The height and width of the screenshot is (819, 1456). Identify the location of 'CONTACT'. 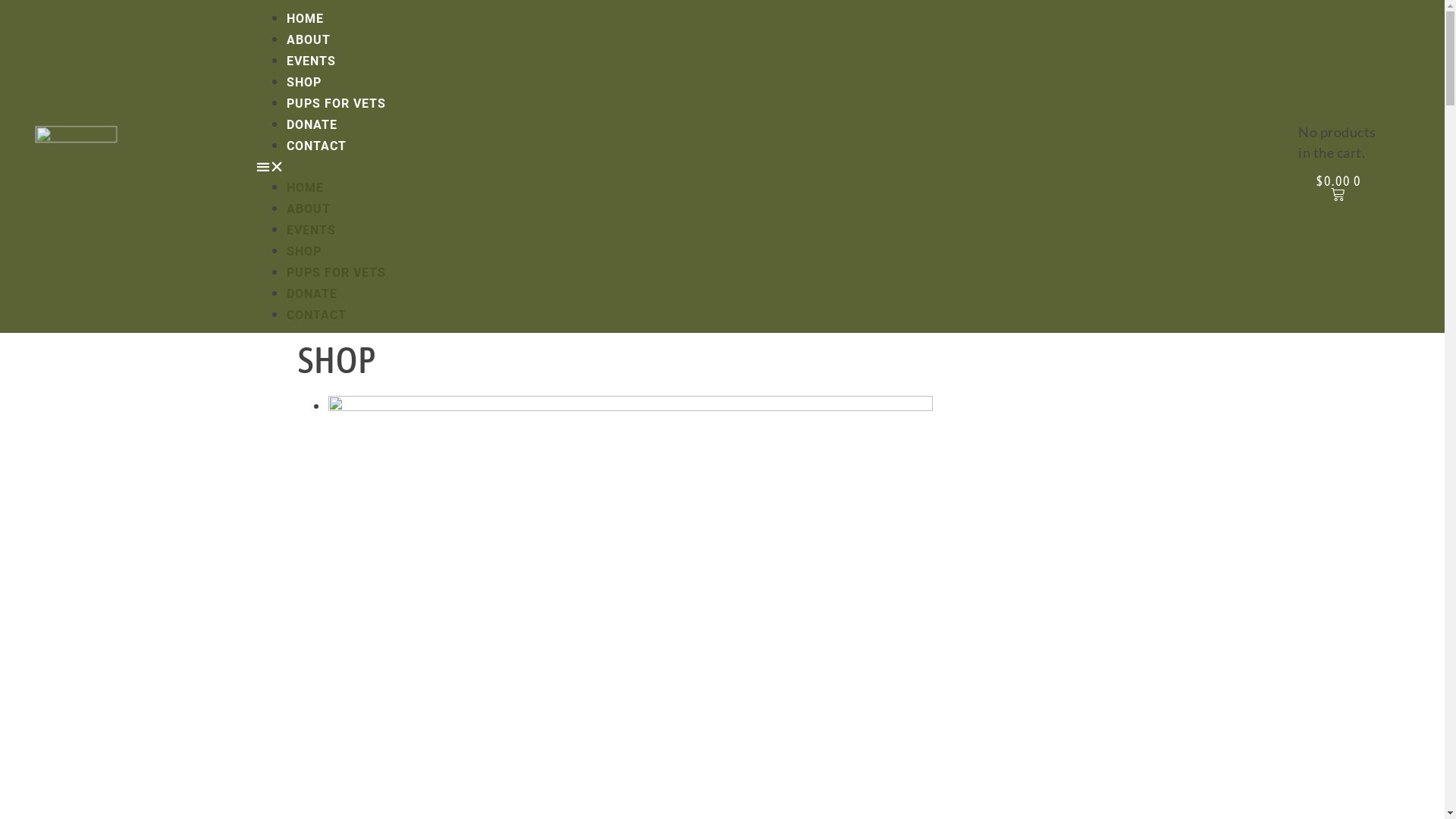
(315, 146).